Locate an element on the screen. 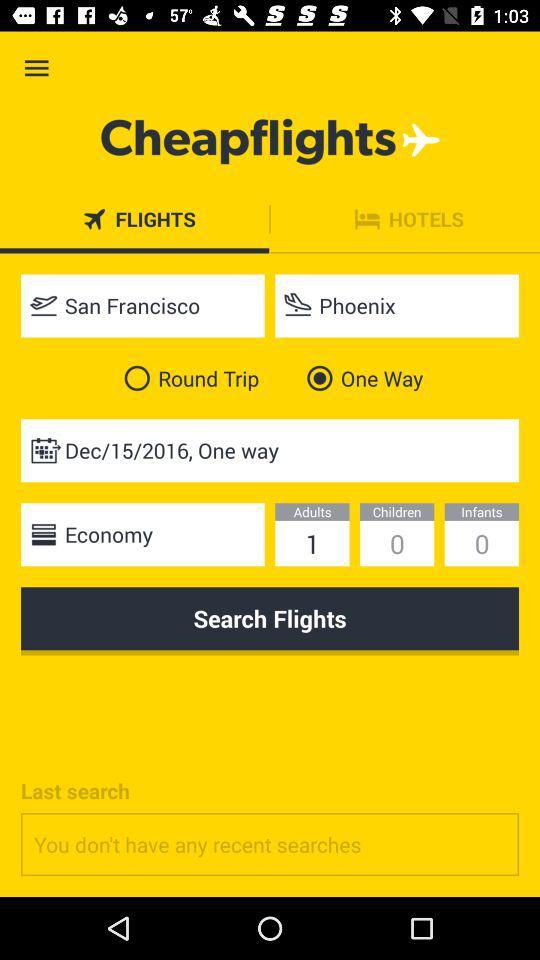  icon to the left of the phoenix is located at coordinates (141, 305).